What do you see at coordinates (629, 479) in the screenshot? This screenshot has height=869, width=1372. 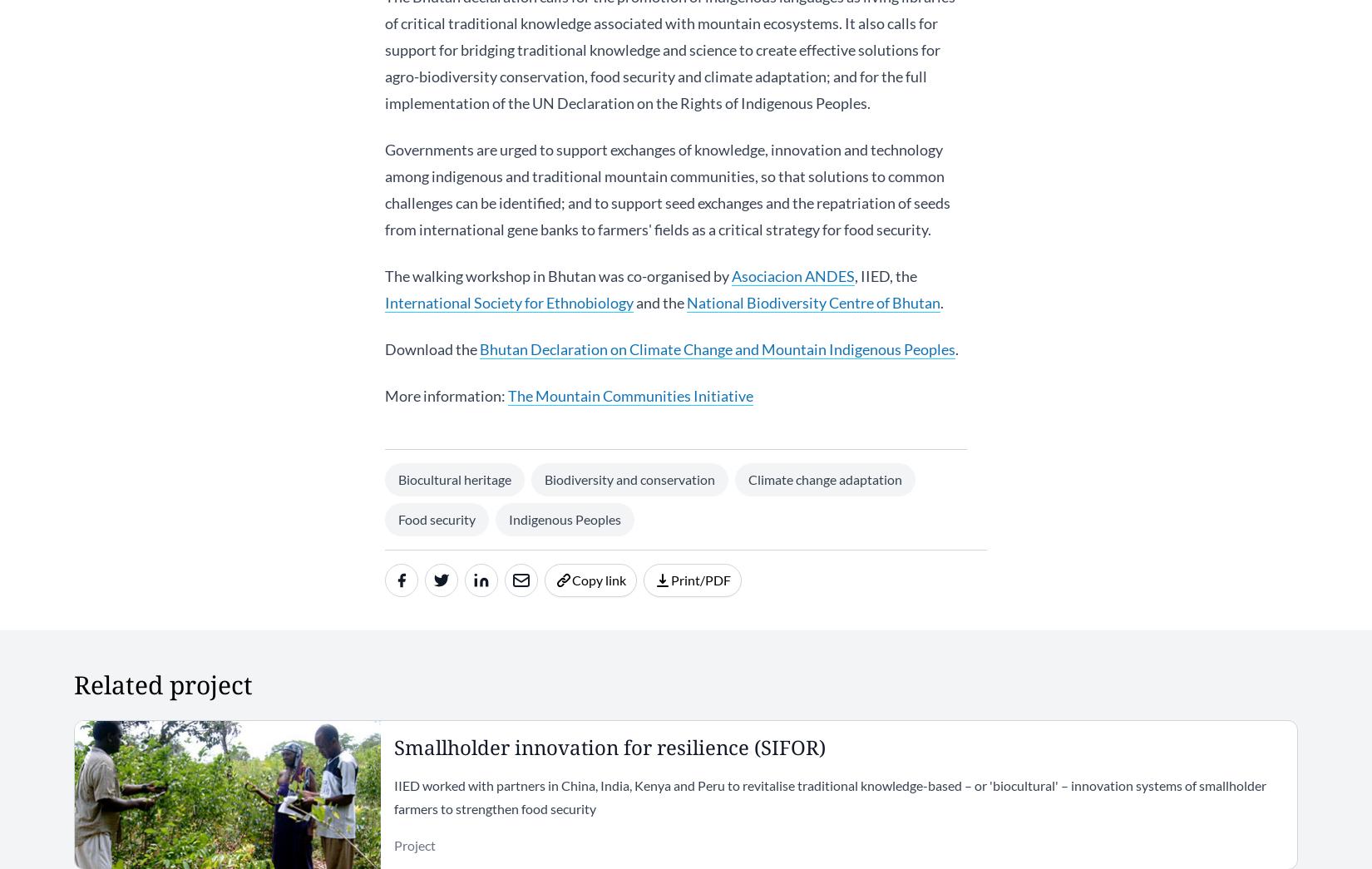 I see `'Biodiversity and conservation'` at bounding box center [629, 479].